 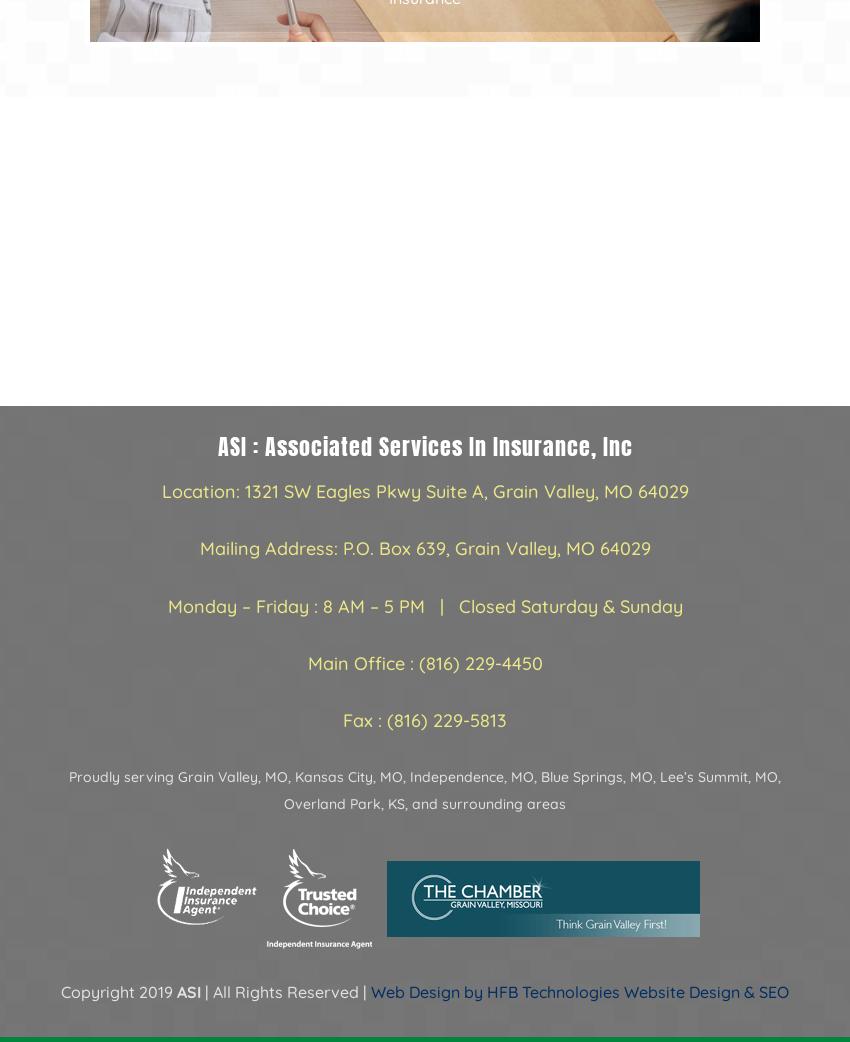 I want to click on 'Proudly serving Grain Valley, MO, Kansas City, MO, Independence, MO, Blue Springs, MO, Lee’s Summit, MO, Overland Park, KS, and surrounding areas', so click(x=425, y=790).